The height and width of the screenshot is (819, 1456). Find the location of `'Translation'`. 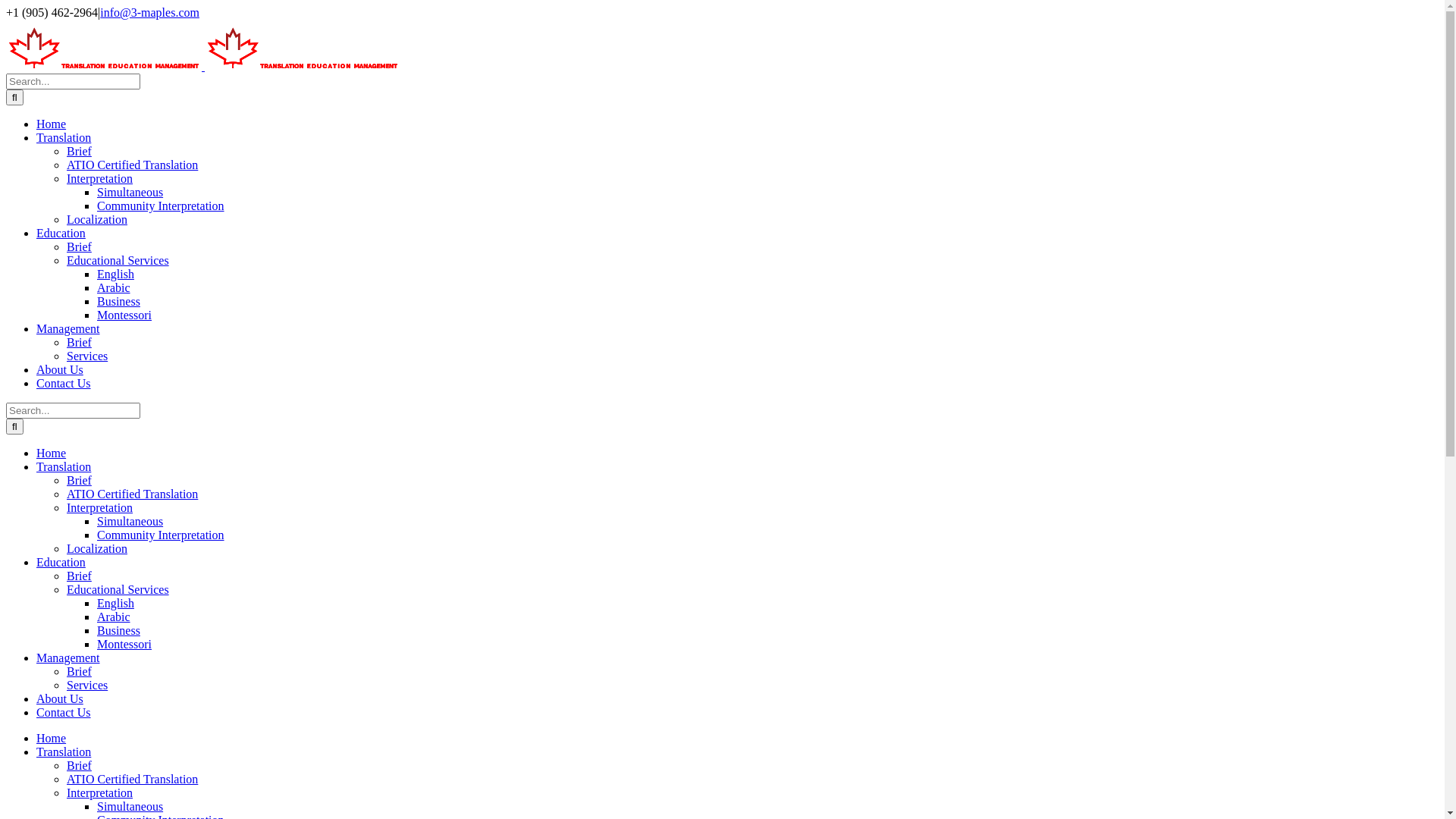

'Translation' is located at coordinates (62, 137).